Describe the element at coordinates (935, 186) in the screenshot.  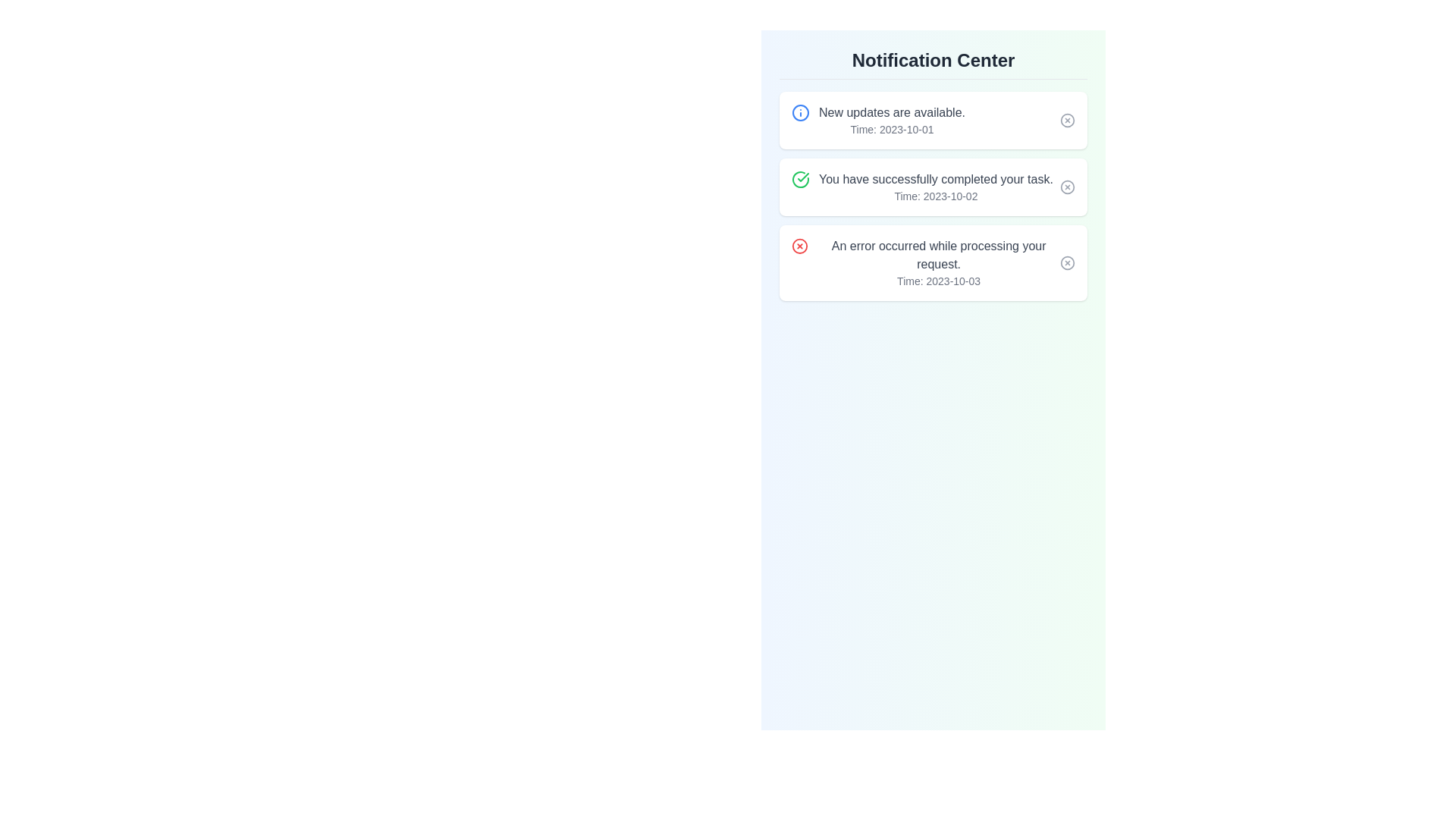
I see `notification message that states 'You have successfully completed your task.' which is displayed prominently in black text within the second notification card of the notification center` at that location.